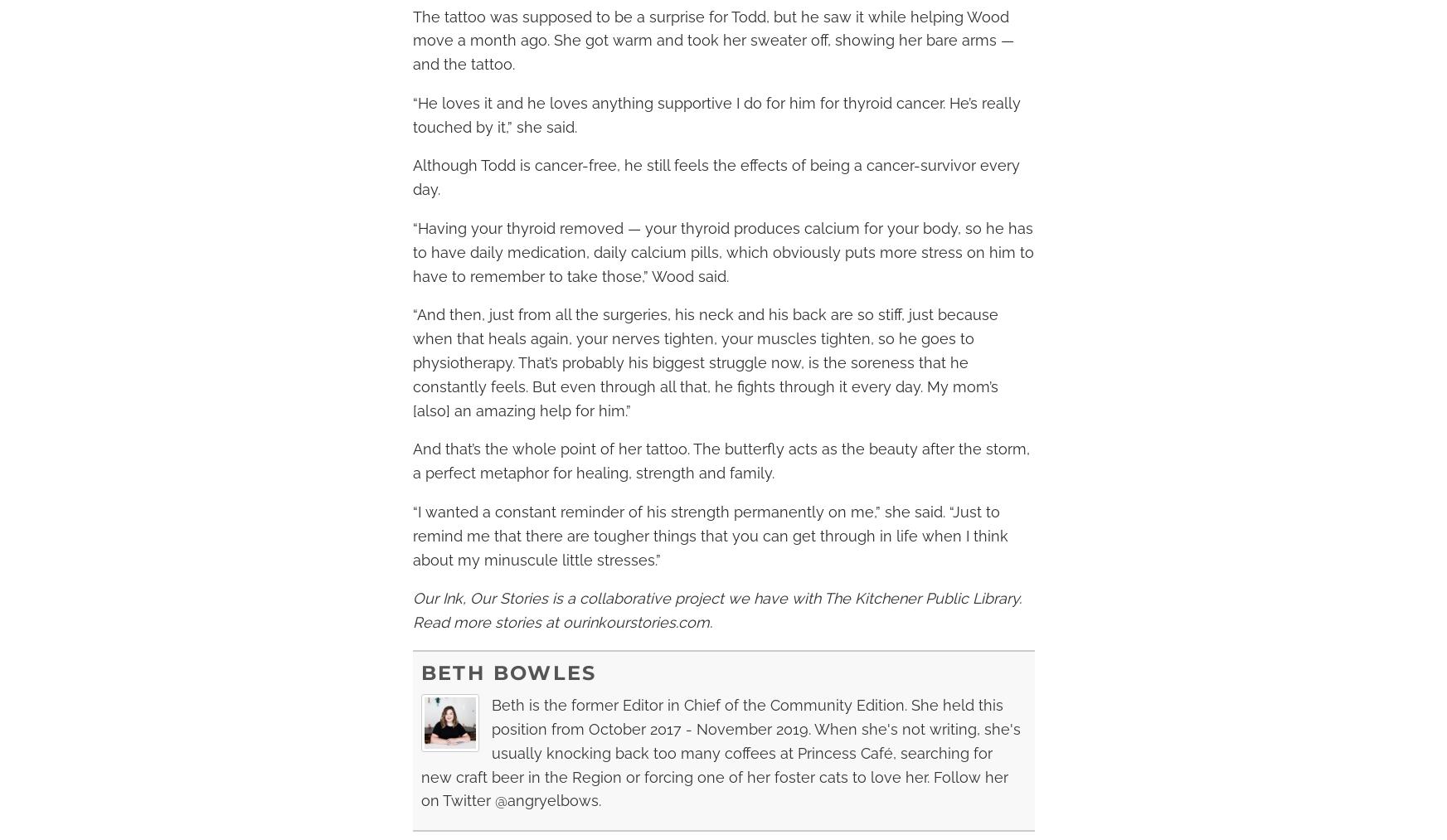 The height and width of the screenshot is (840, 1447). Describe the element at coordinates (720, 461) in the screenshot. I see `'And that’s the whole point of her tattoo. The butterfly acts as the beauty after the storm, a perfect metaphor for healing, strength and family.'` at that location.